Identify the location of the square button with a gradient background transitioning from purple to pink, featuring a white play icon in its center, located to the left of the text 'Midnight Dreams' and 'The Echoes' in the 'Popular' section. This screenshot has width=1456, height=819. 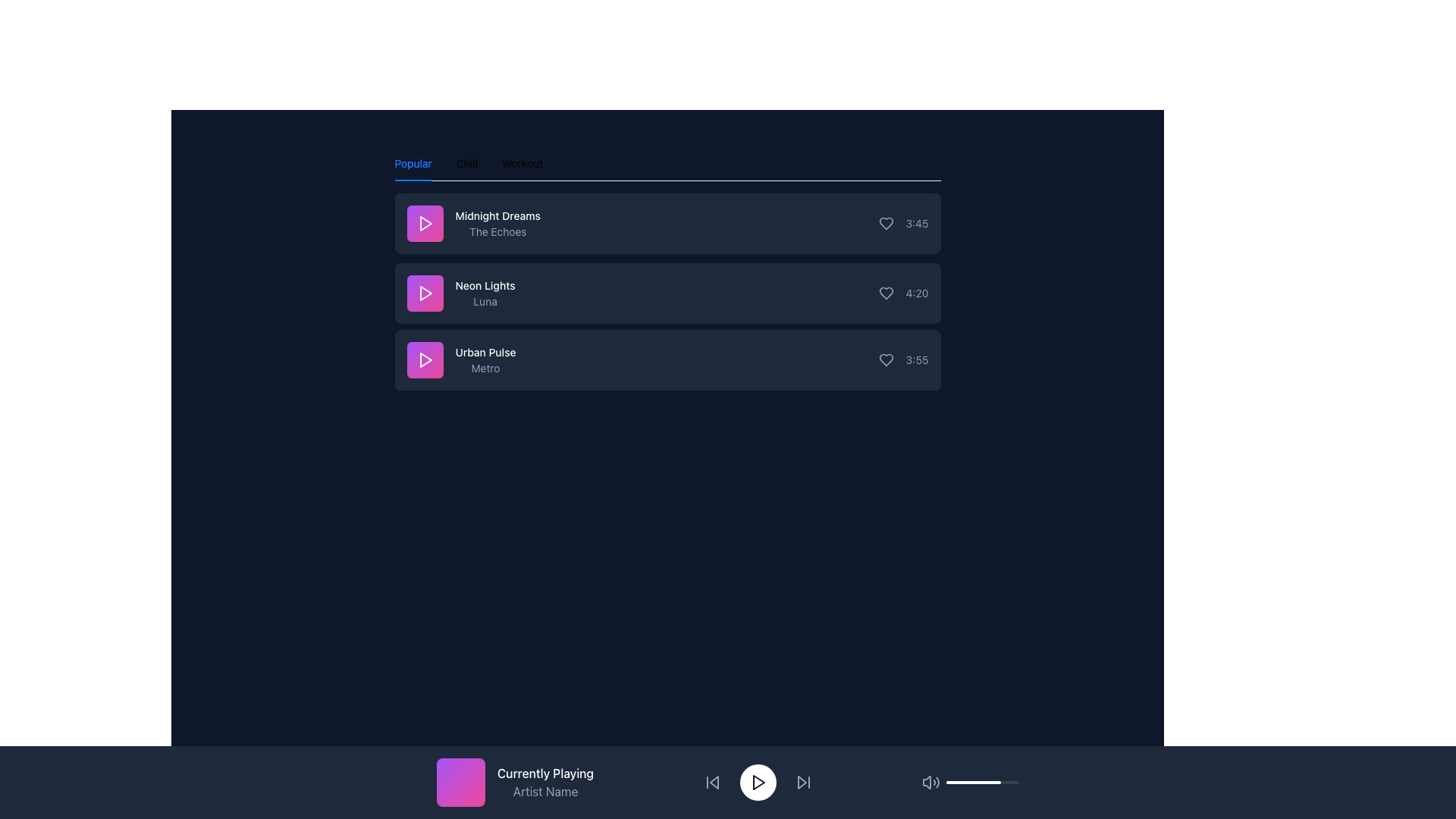
(425, 223).